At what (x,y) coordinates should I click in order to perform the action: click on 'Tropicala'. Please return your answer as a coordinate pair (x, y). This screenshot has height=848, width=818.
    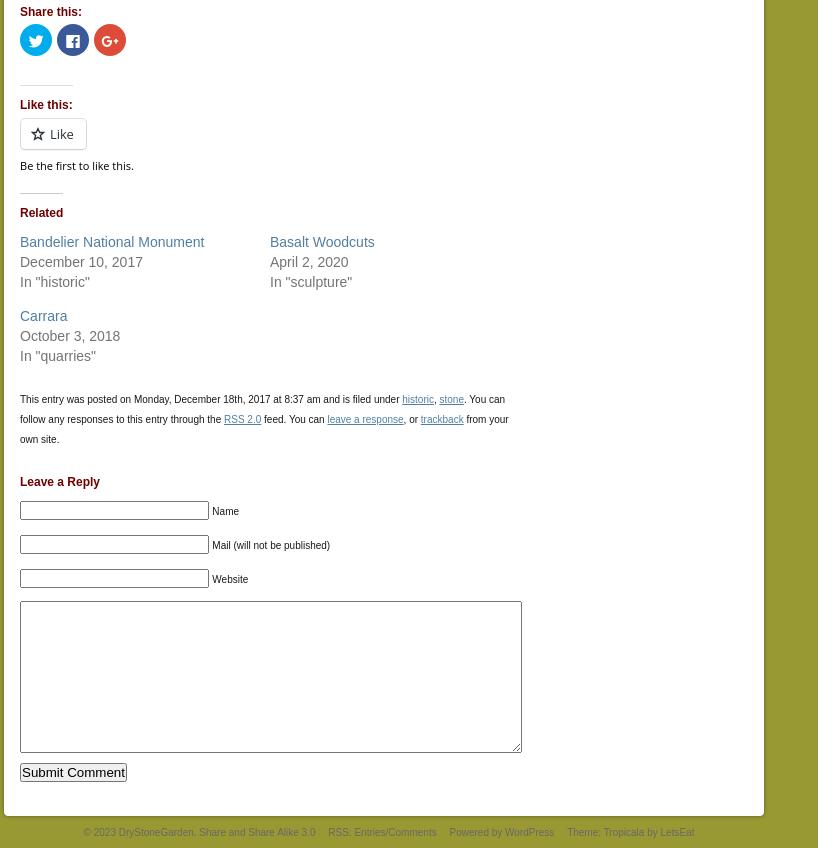
    Looking at the image, I should click on (602, 831).